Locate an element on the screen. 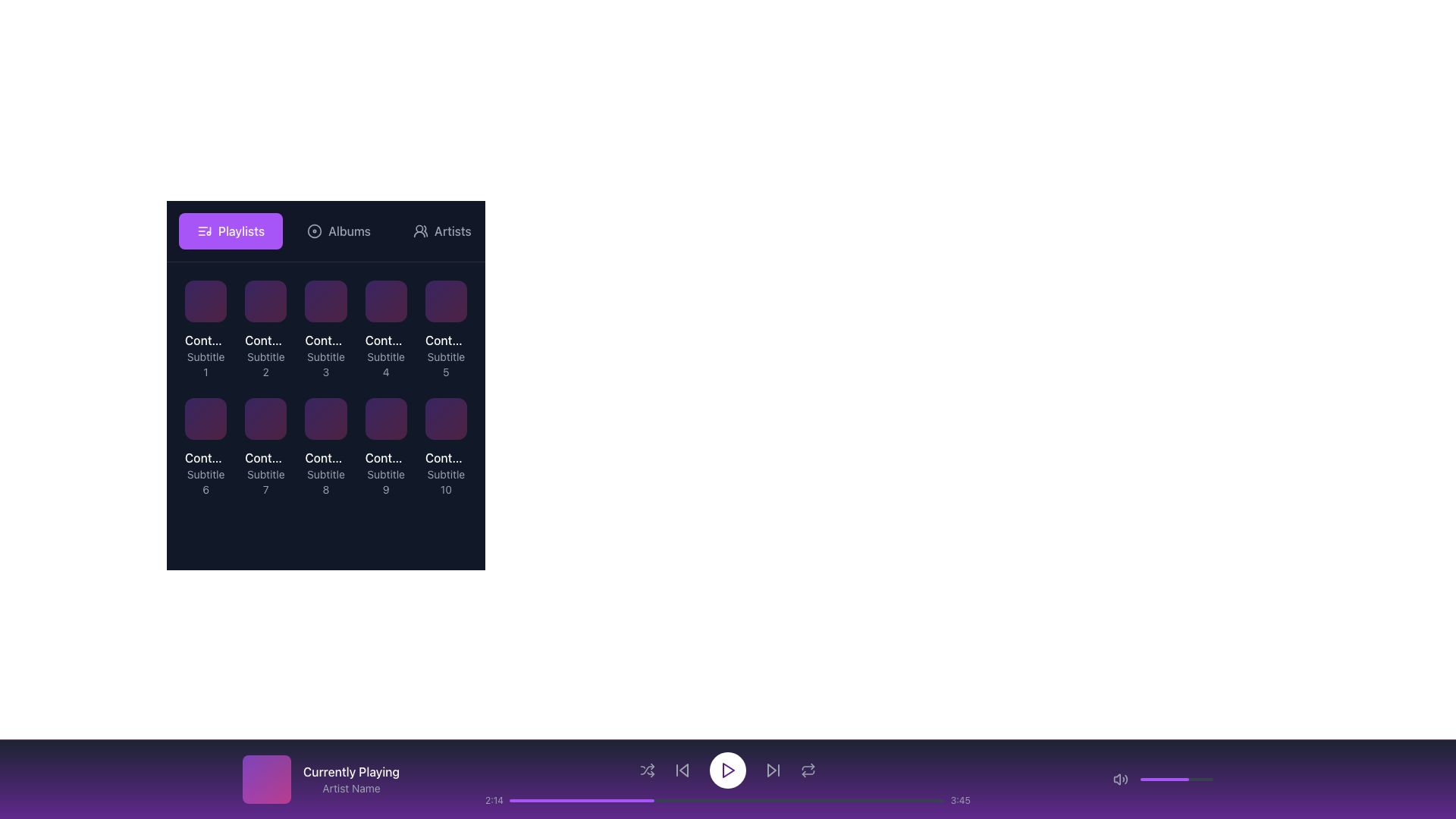 The width and height of the screenshot is (1456, 819). the Card-like UI component containing 'Content Title 8' and 'Subtitle 8' is located at coordinates (325, 447).